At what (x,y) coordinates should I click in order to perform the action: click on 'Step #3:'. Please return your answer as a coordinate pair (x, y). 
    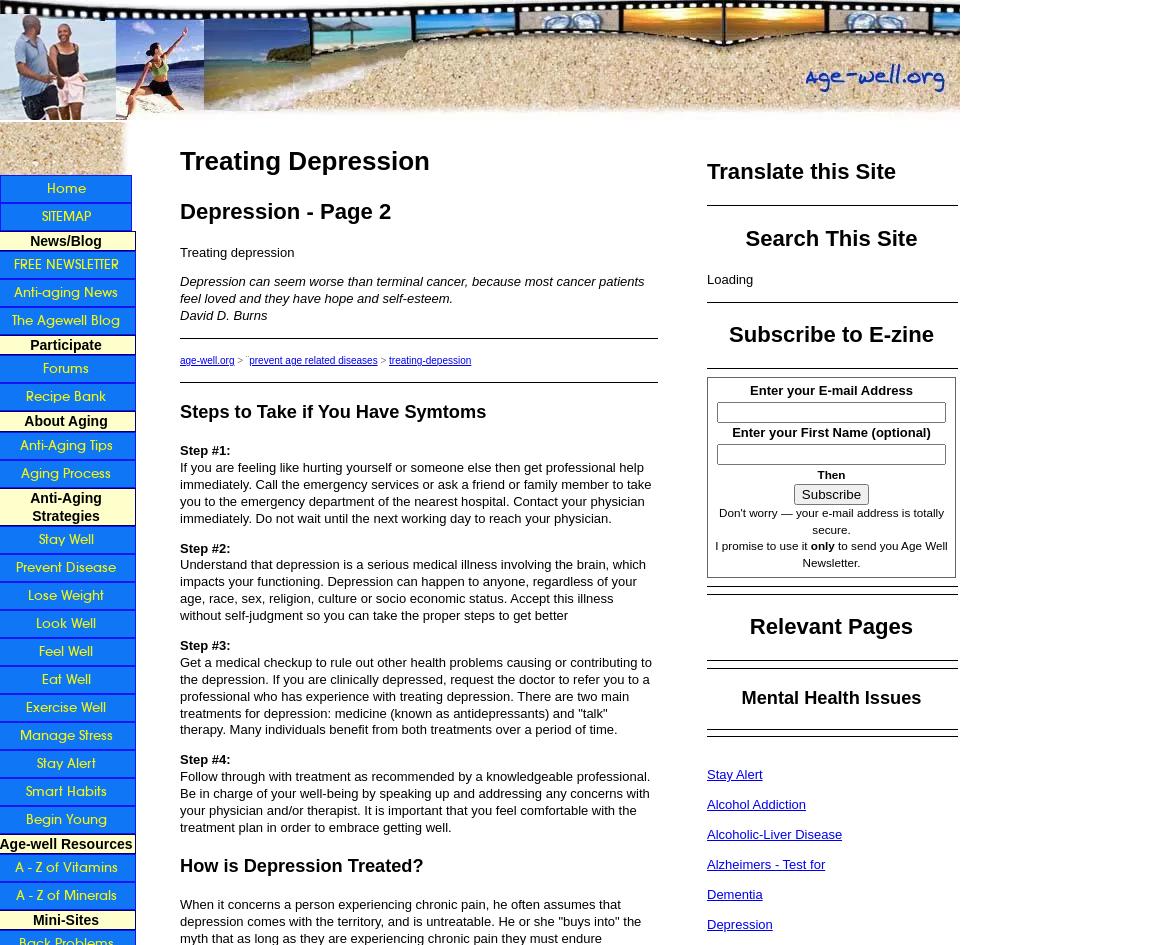
    Looking at the image, I should click on (204, 643).